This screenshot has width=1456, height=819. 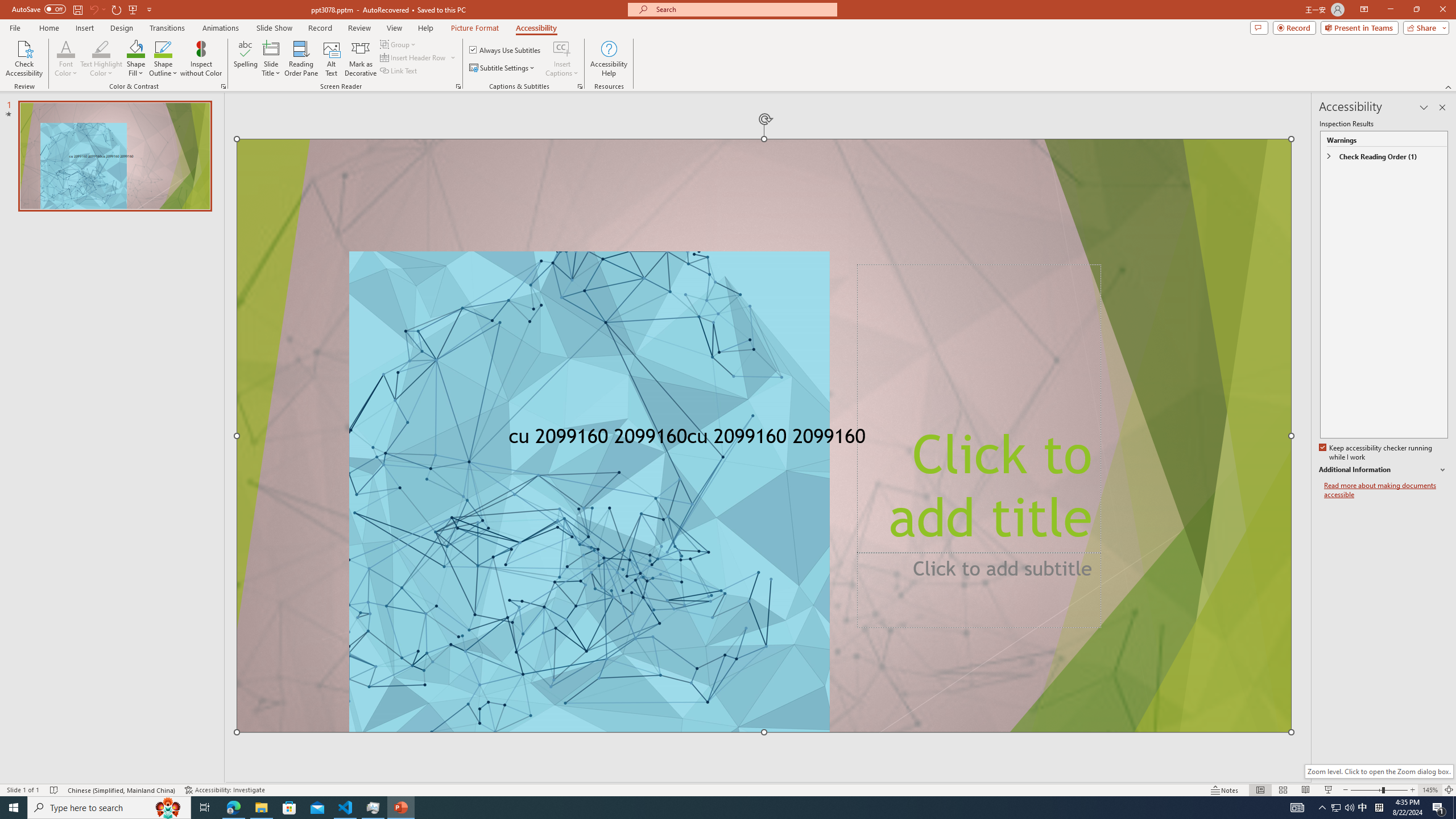 What do you see at coordinates (331, 59) in the screenshot?
I see `'Alt Text'` at bounding box center [331, 59].